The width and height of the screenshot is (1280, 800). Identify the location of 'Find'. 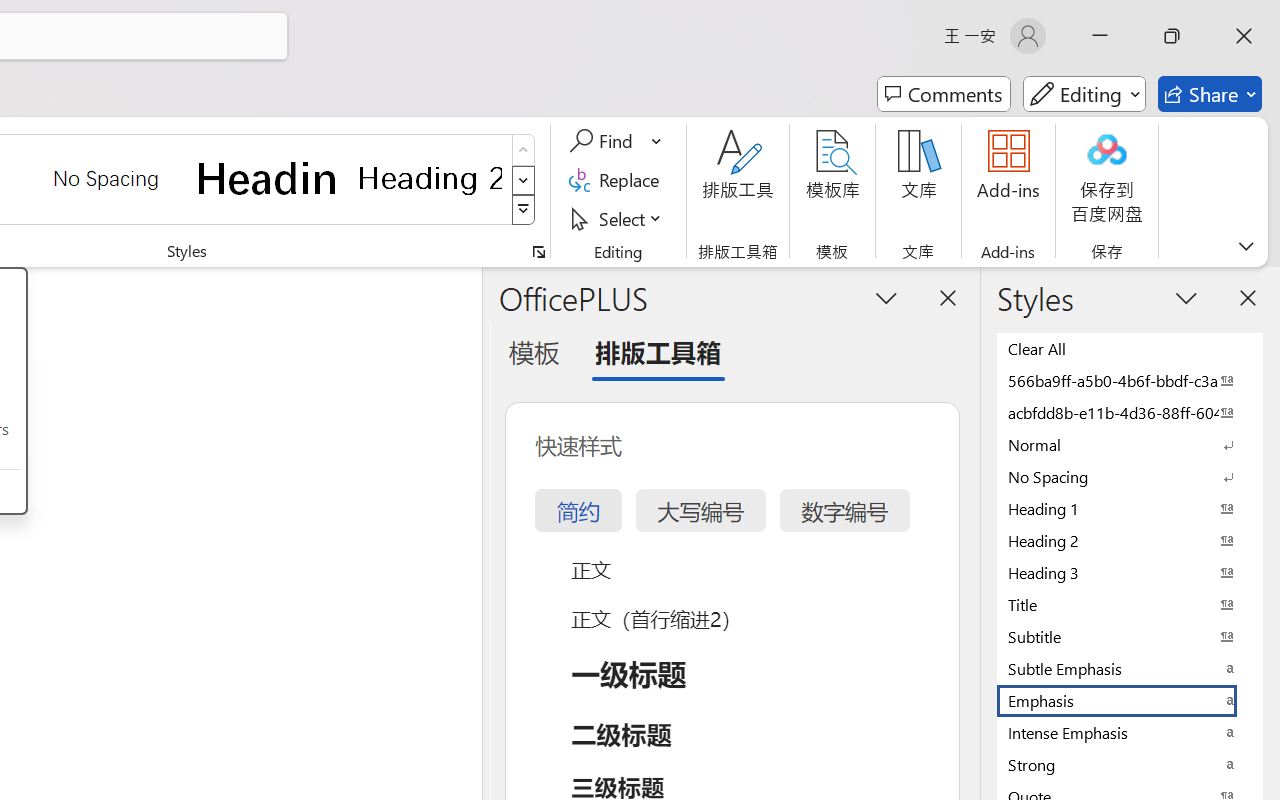
(615, 141).